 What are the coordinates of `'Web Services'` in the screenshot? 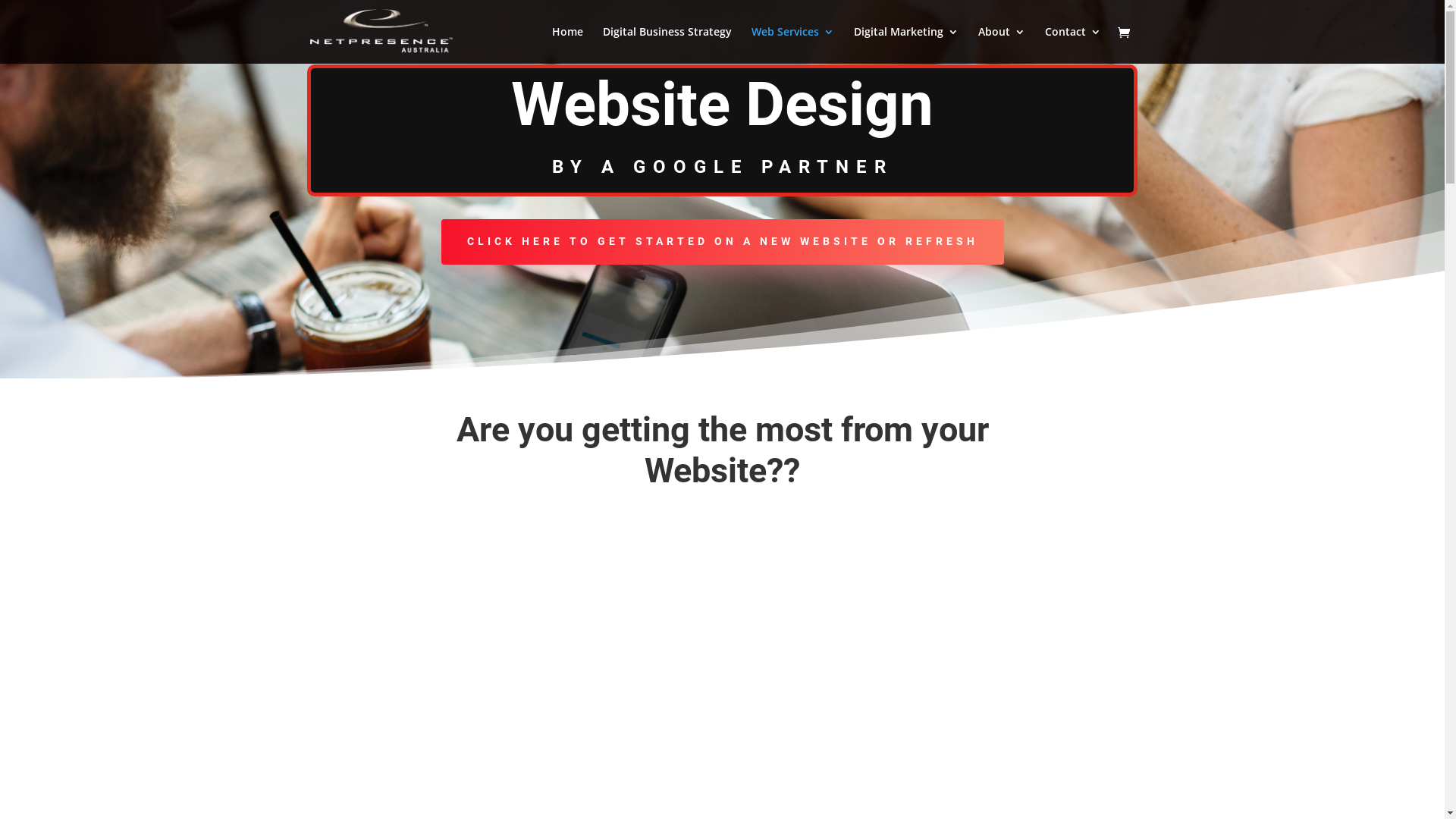 It's located at (792, 44).